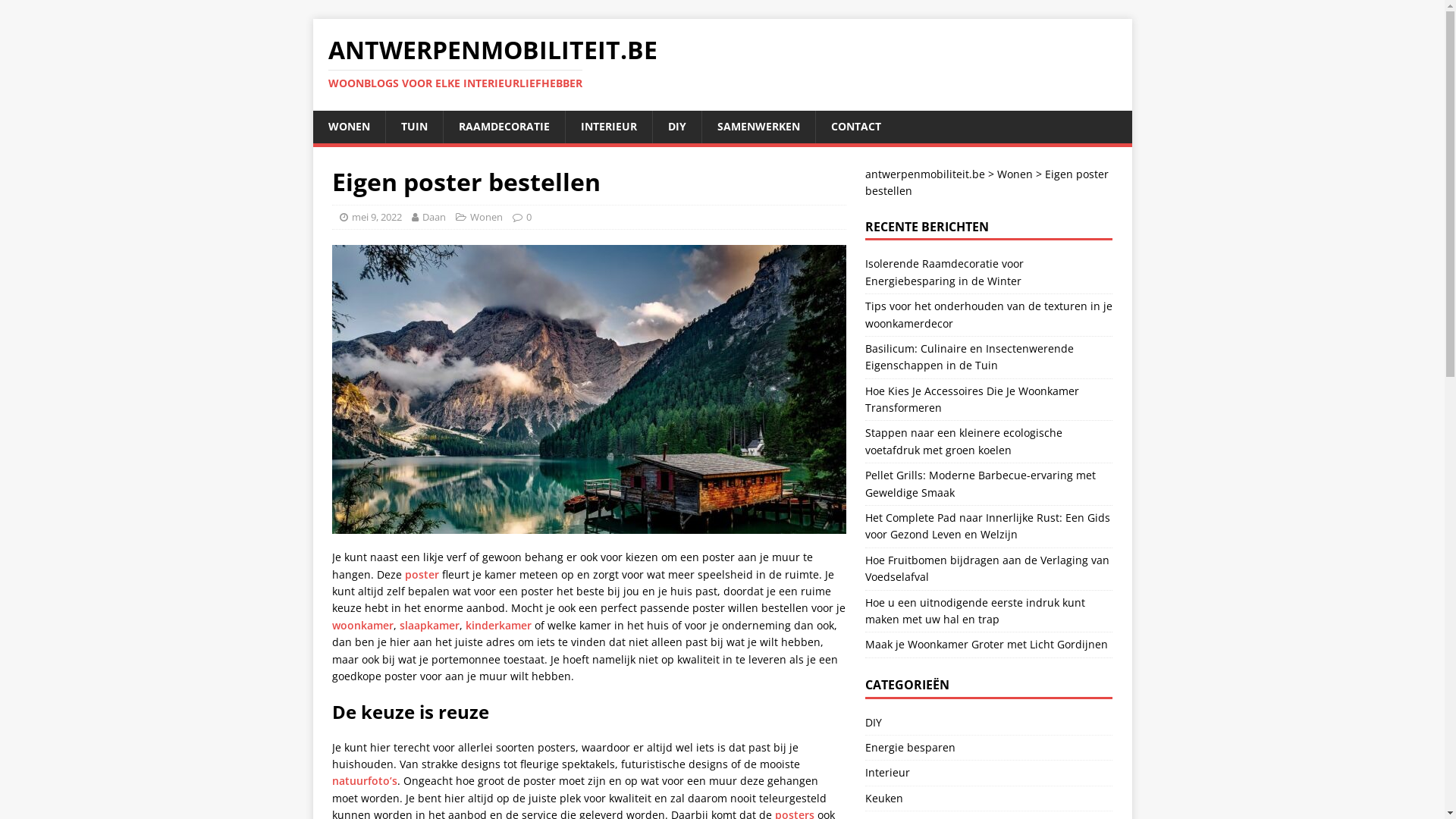 The width and height of the screenshot is (1456, 819). What do you see at coordinates (987, 181) in the screenshot?
I see `'Eigen poster bestellen'` at bounding box center [987, 181].